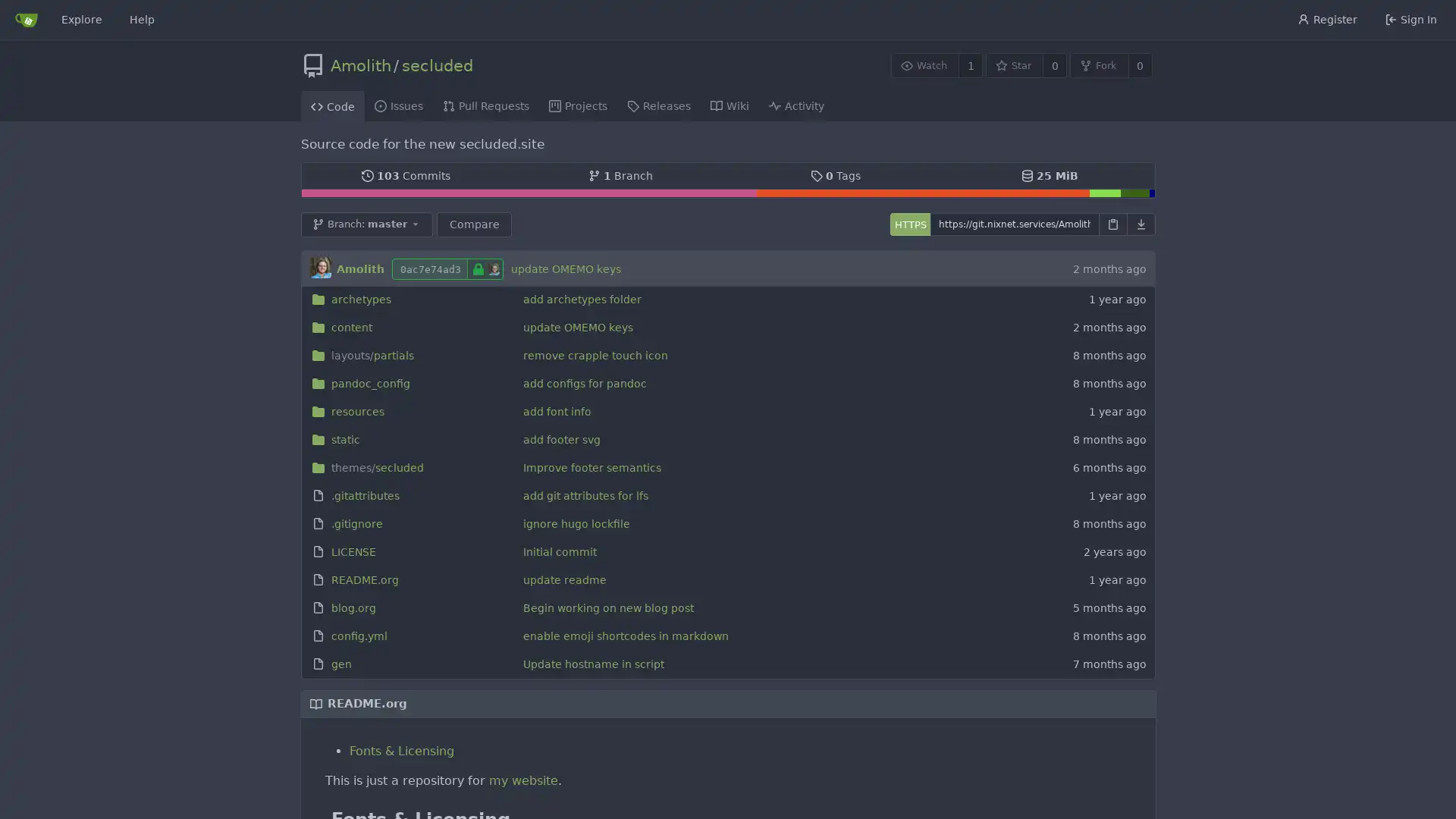 This screenshot has width=1456, height=819. Describe the element at coordinates (909, 224) in the screenshot. I see `HTTPS` at that location.